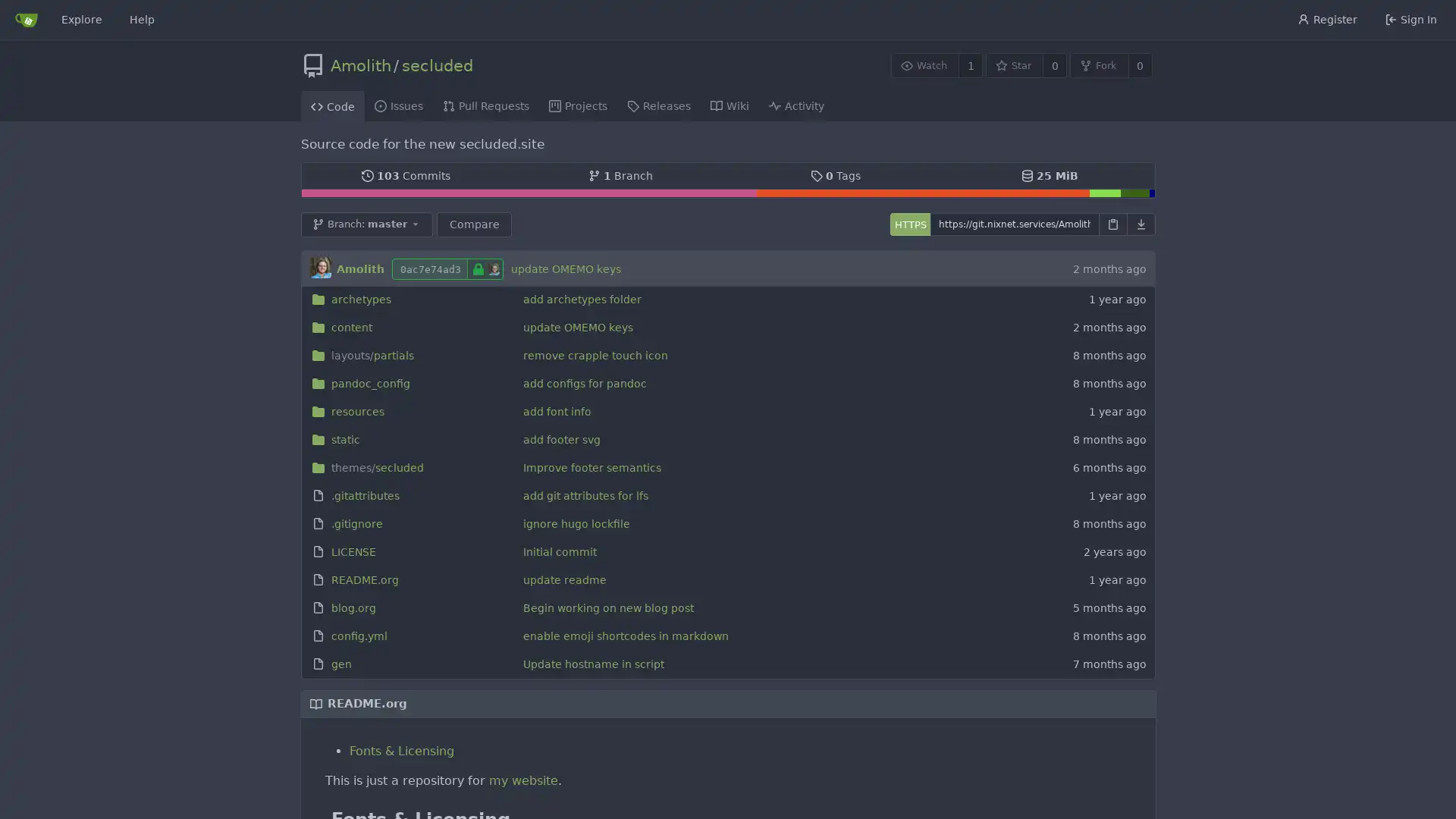 This screenshot has width=1456, height=819. Describe the element at coordinates (909, 224) in the screenshot. I see `HTTPS` at that location.